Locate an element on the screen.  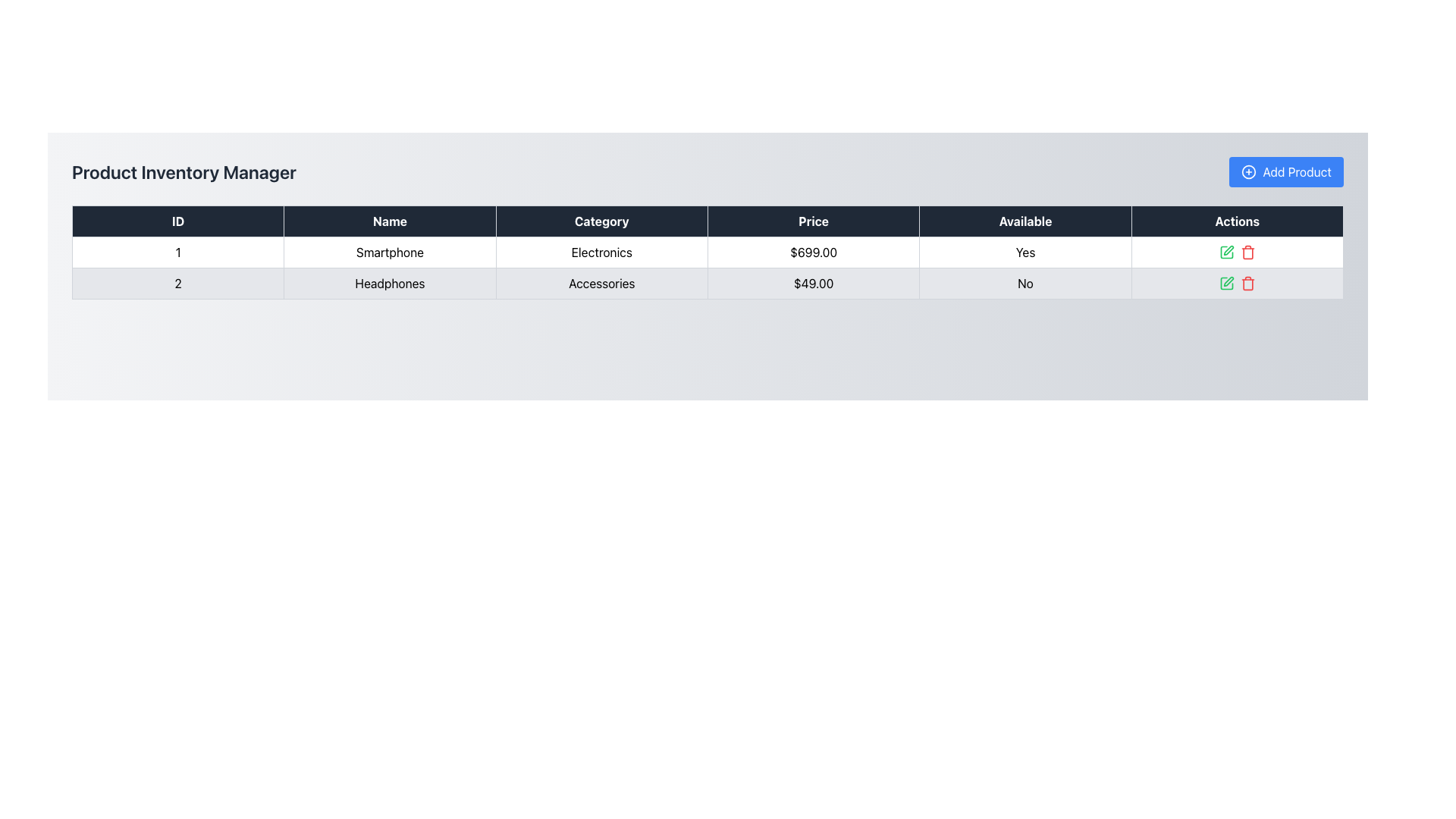
the trash can icon button in the 'Actions' column of the second row is located at coordinates (1247, 251).